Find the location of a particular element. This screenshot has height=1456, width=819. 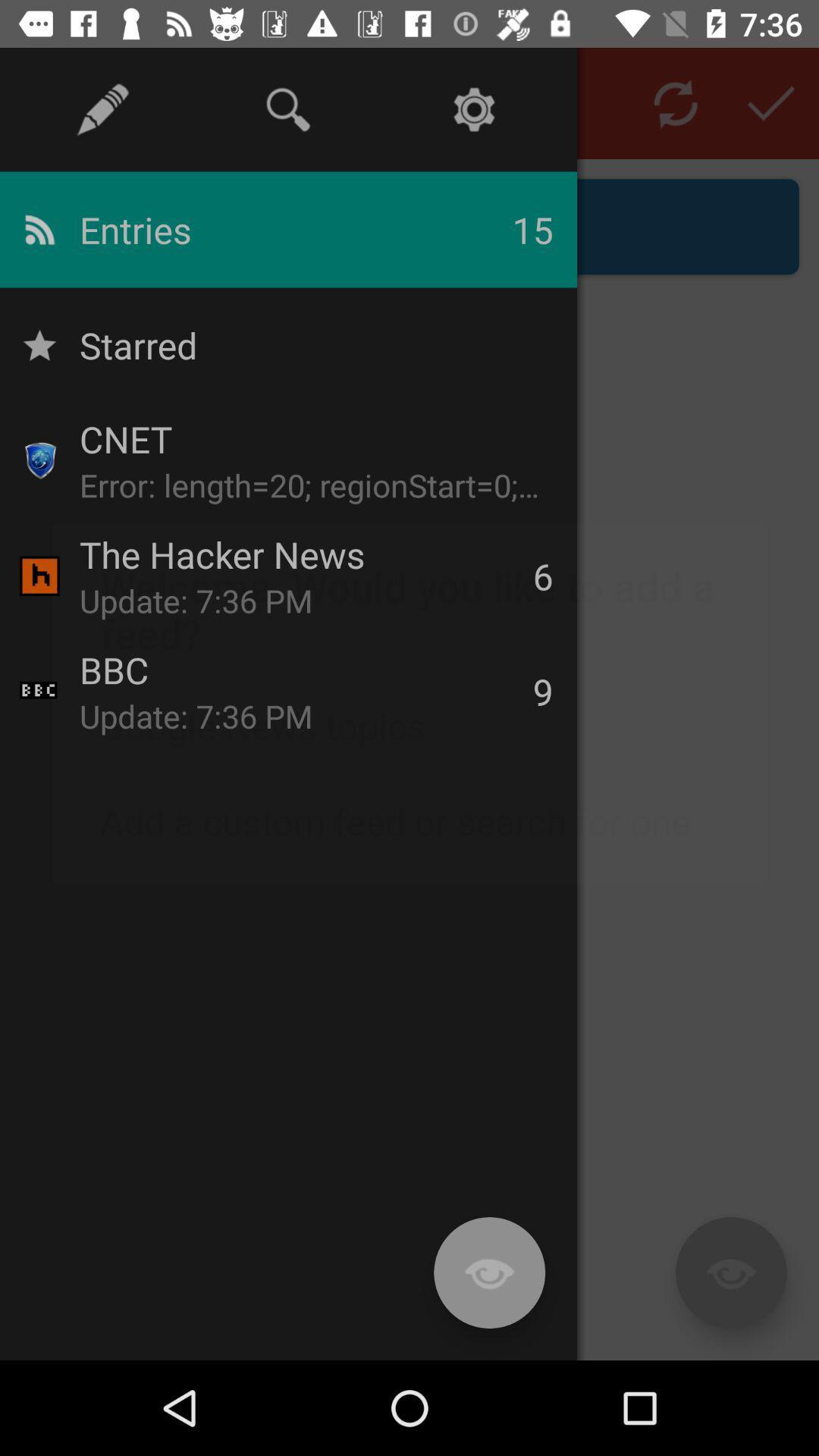

the visibility icon is located at coordinates (730, 1272).